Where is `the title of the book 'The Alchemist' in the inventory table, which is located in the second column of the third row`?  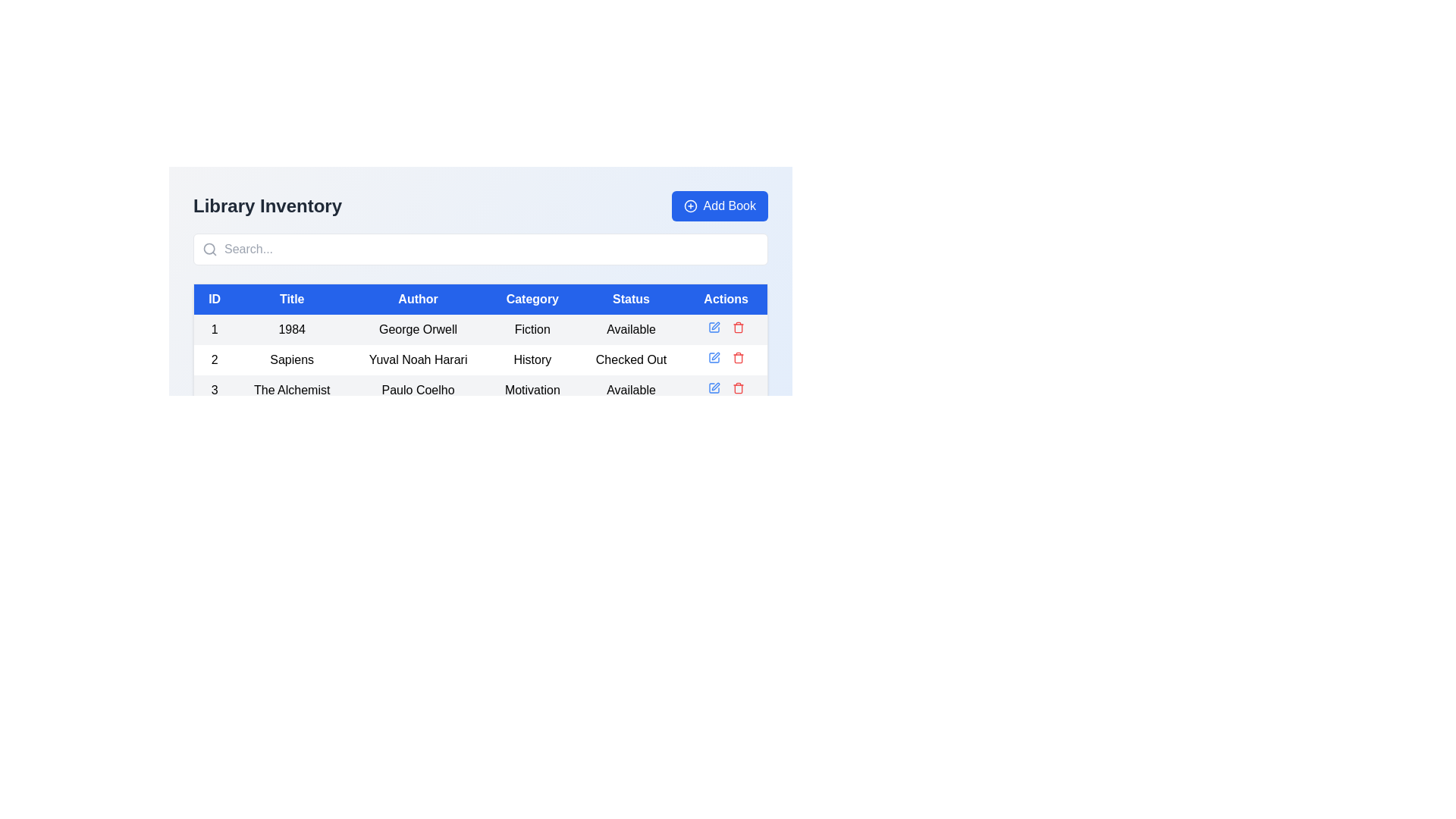
the title of the book 'The Alchemist' in the inventory table, which is located in the second column of the third row is located at coordinates (292, 390).